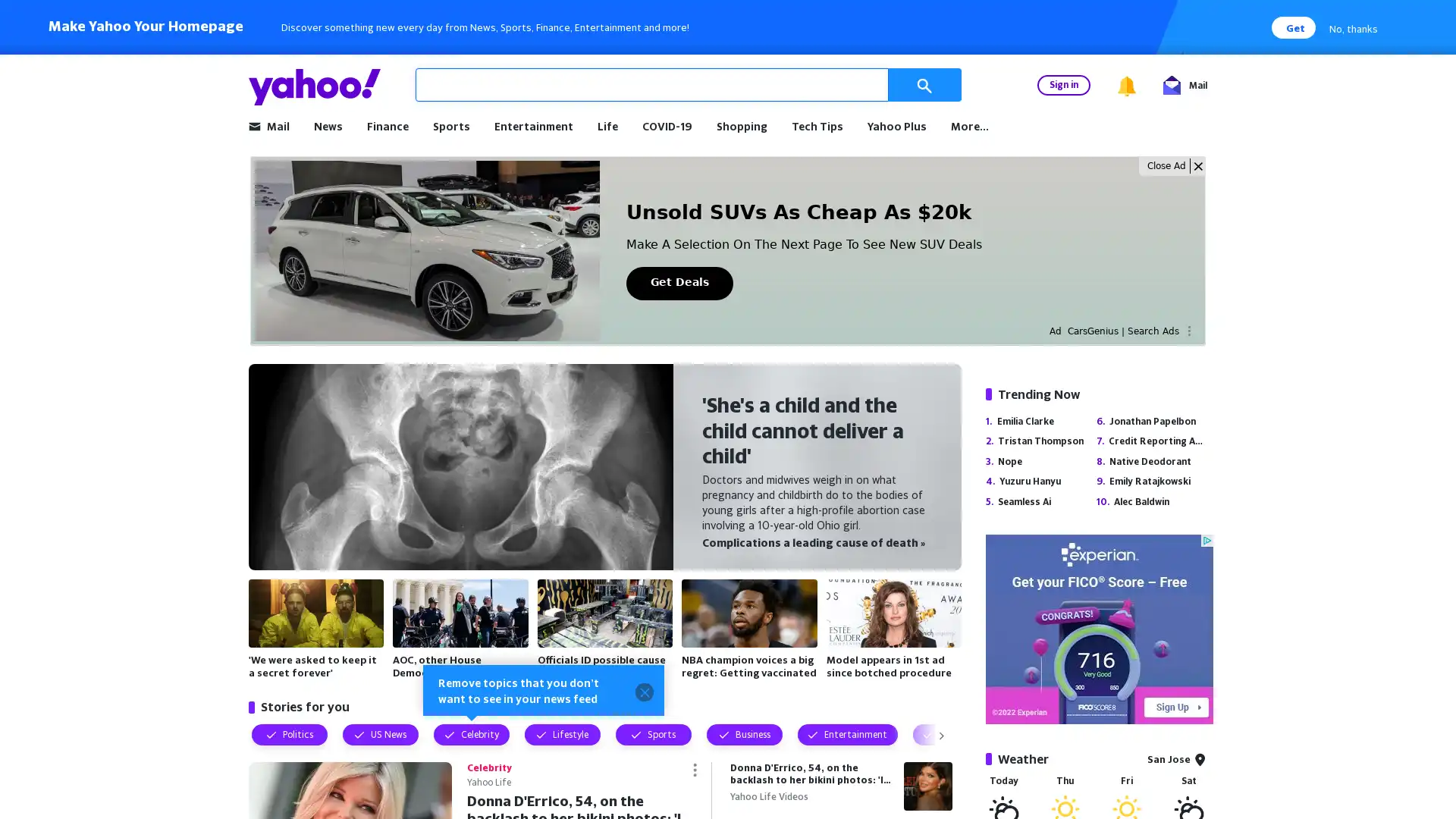  I want to click on Get, so click(1292, 27).